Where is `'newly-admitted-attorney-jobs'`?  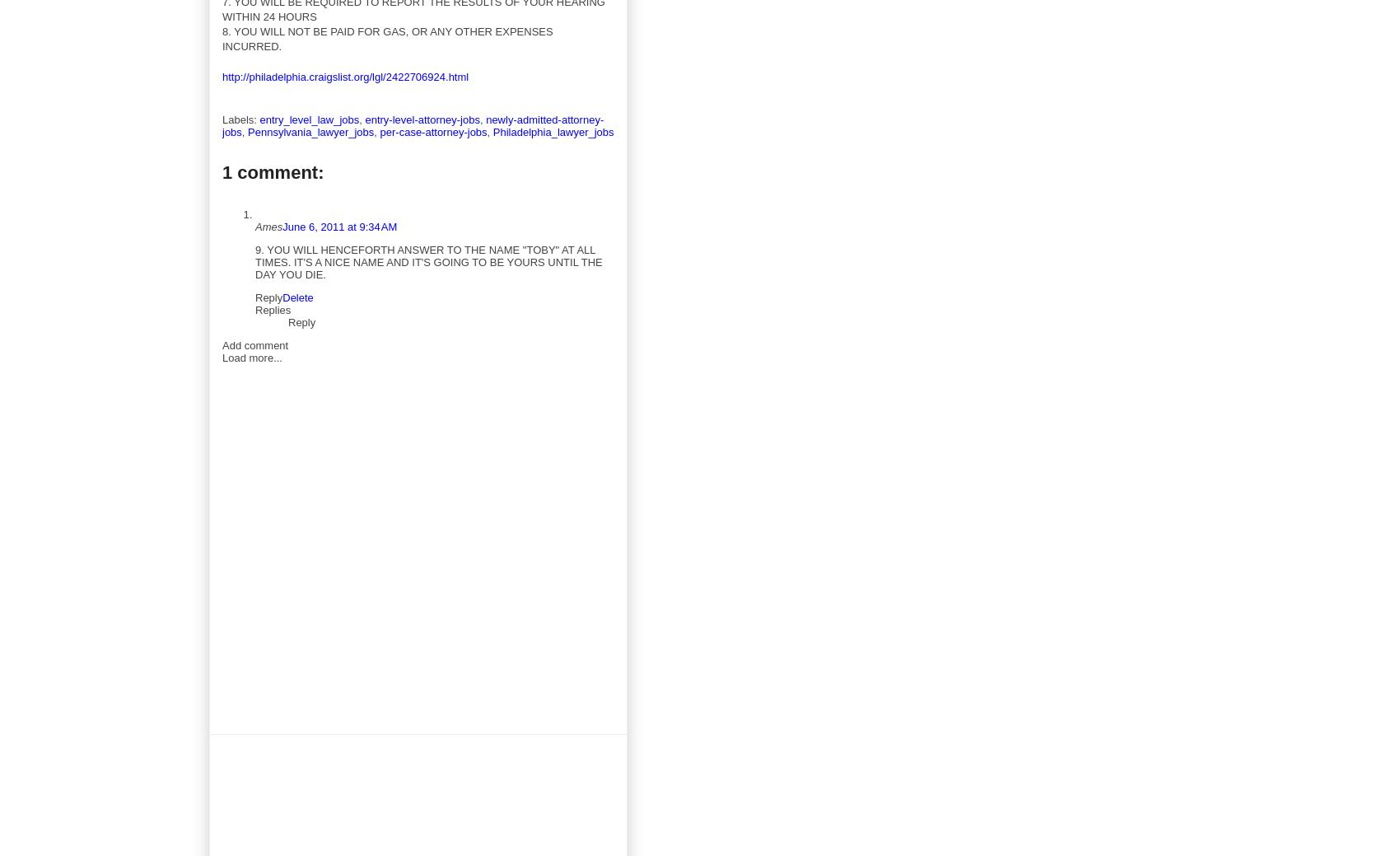 'newly-admitted-attorney-jobs' is located at coordinates (413, 125).